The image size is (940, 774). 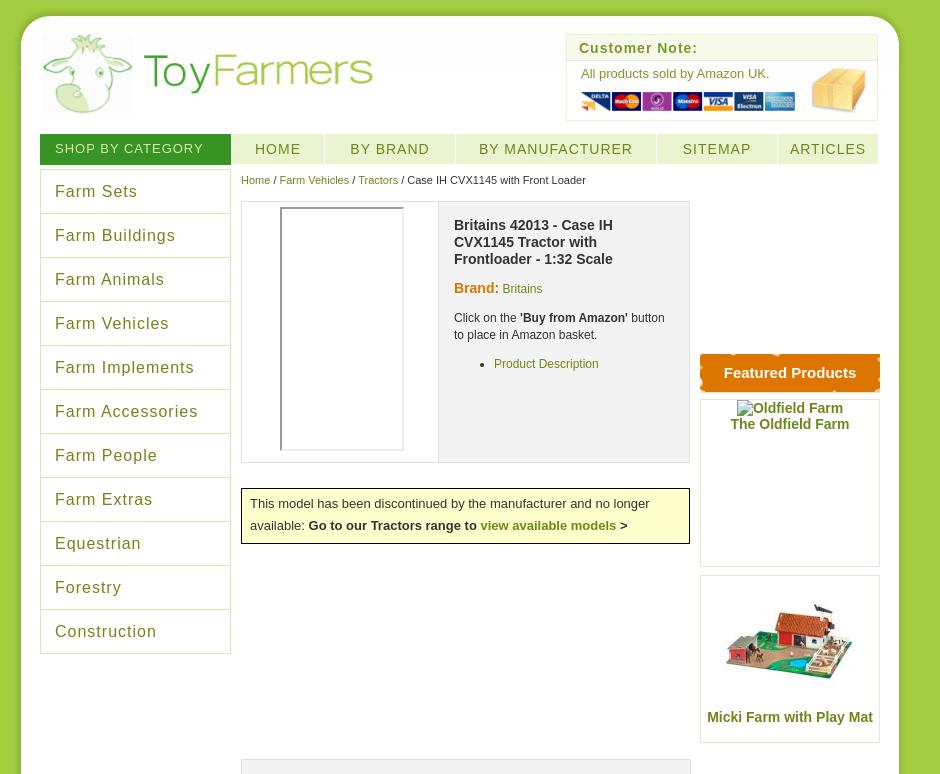 What do you see at coordinates (105, 631) in the screenshot?
I see `'Construction'` at bounding box center [105, 631].